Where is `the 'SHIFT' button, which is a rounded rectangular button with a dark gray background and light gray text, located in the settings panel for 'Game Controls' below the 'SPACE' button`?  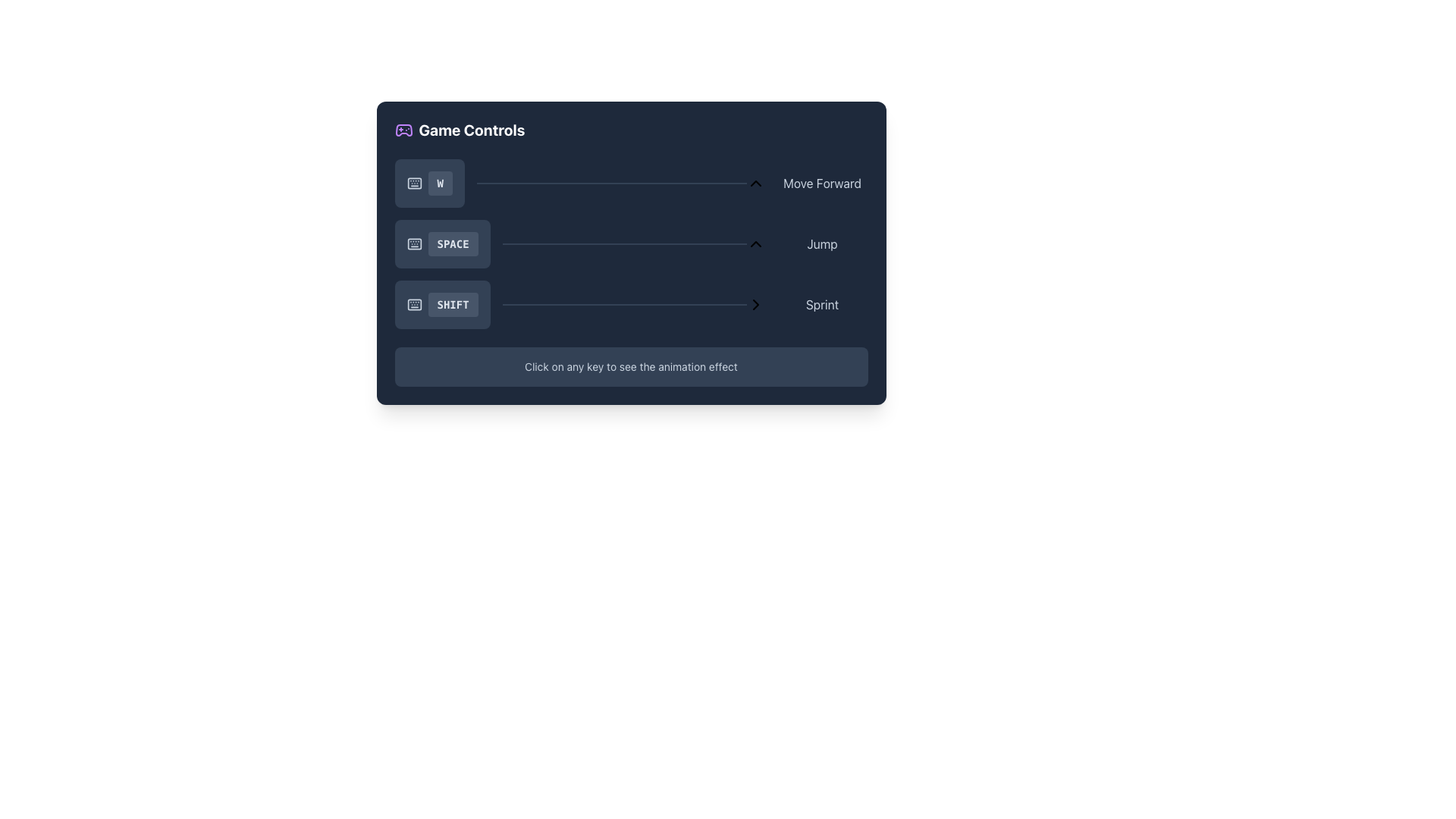
the 'SHIFT' button, which is a rounded rectangular button with a dark gray background and light gray text, located in the settings panel for 'Game Controls' below the 'SPACE' button is located at coordinates (441, 304).